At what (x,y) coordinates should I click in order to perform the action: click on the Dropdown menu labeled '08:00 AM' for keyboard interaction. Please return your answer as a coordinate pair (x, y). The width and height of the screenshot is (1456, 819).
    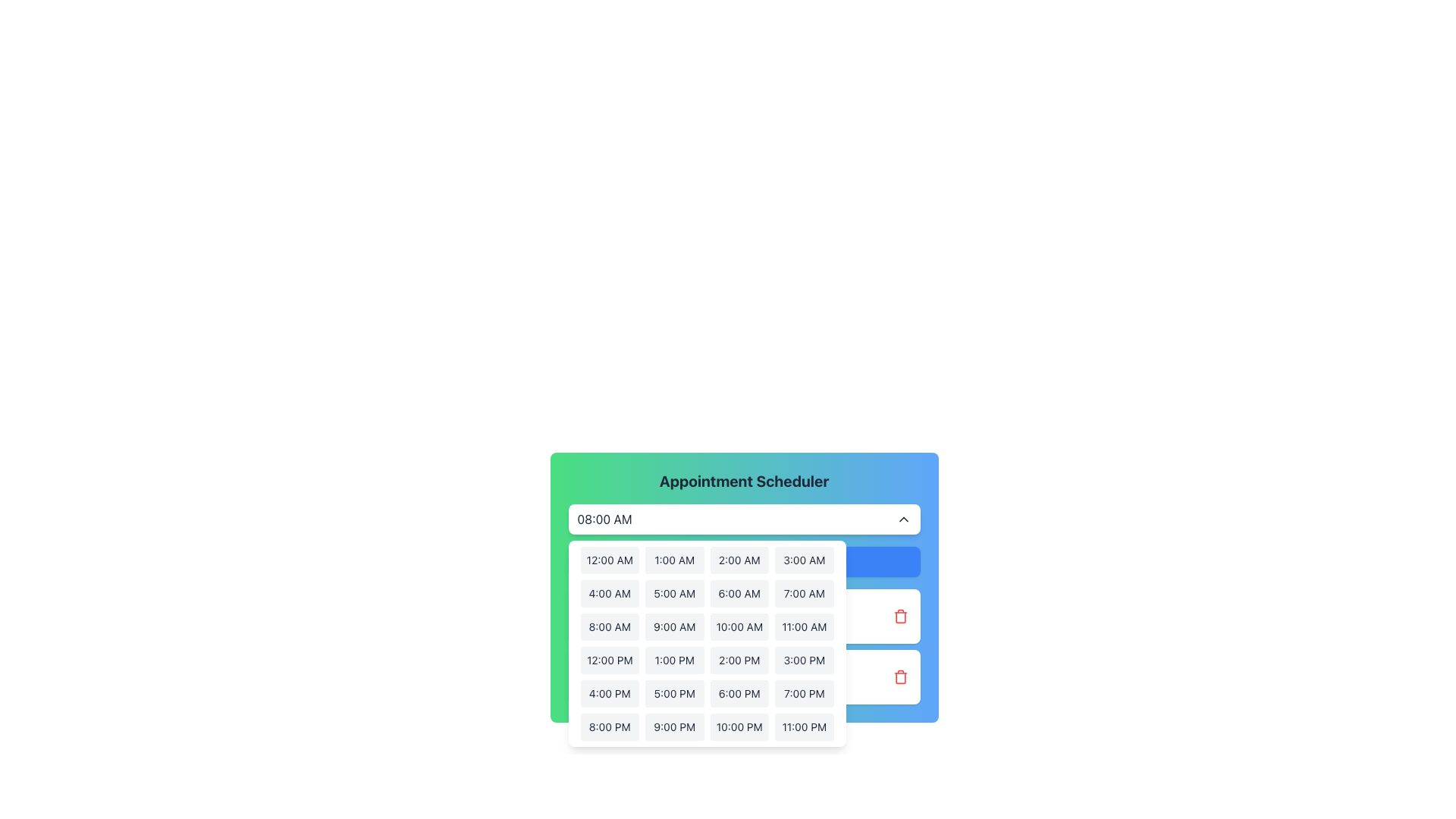
    Looking at the image, I should click on (744, 519).